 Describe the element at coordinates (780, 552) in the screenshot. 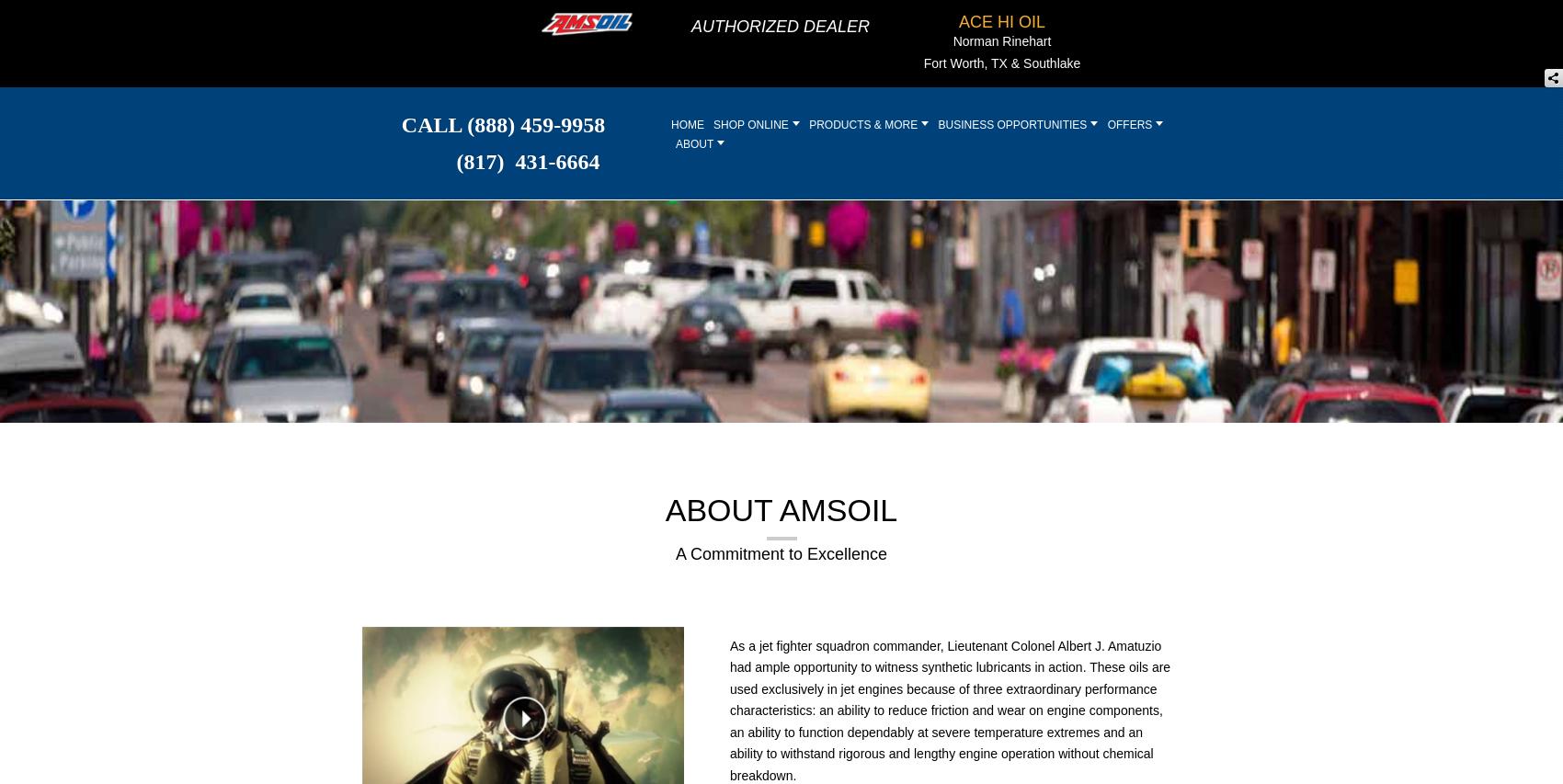

I see `'A Commitment to Excellence'` at that location.